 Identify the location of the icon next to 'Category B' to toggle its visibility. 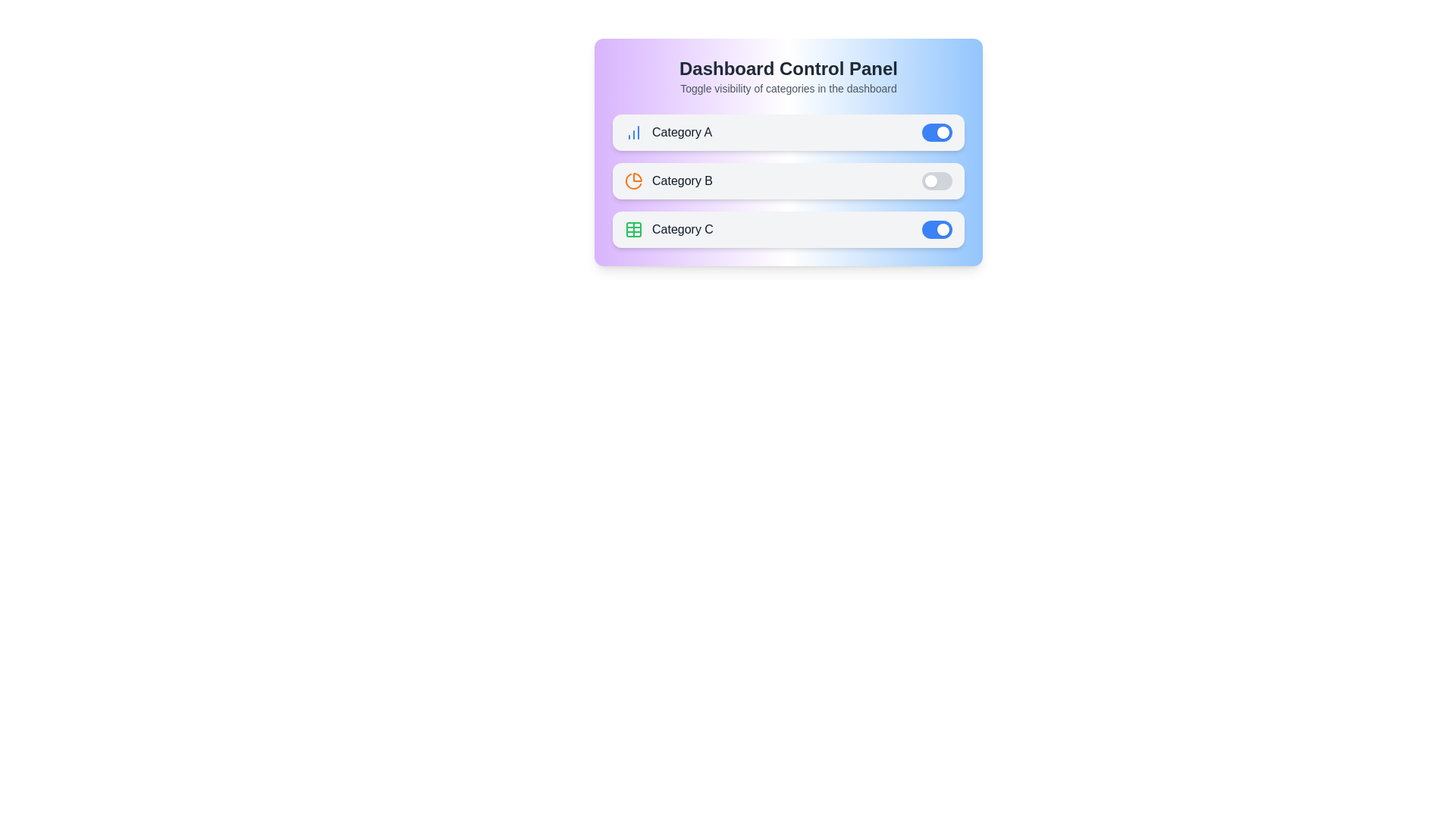
(633, 180).